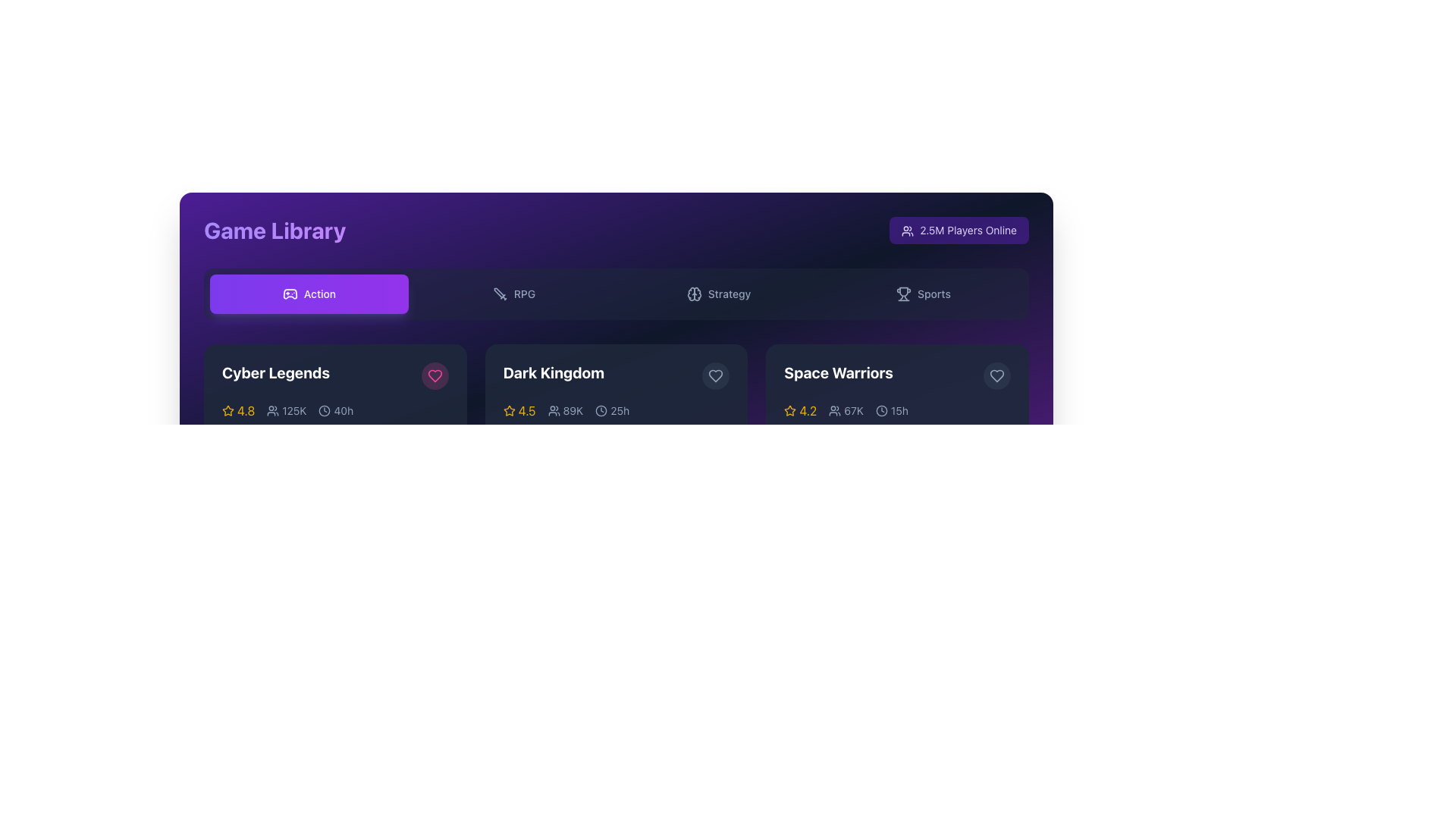 The height and width of the screenshot is (819, 1456). What do you see at coordinates (693, 294) in the screenshot?
I see `the SVG icon of a brain located to the left of the text 'Strategy' in the horizontal menu` at bounding box center [693, 294].